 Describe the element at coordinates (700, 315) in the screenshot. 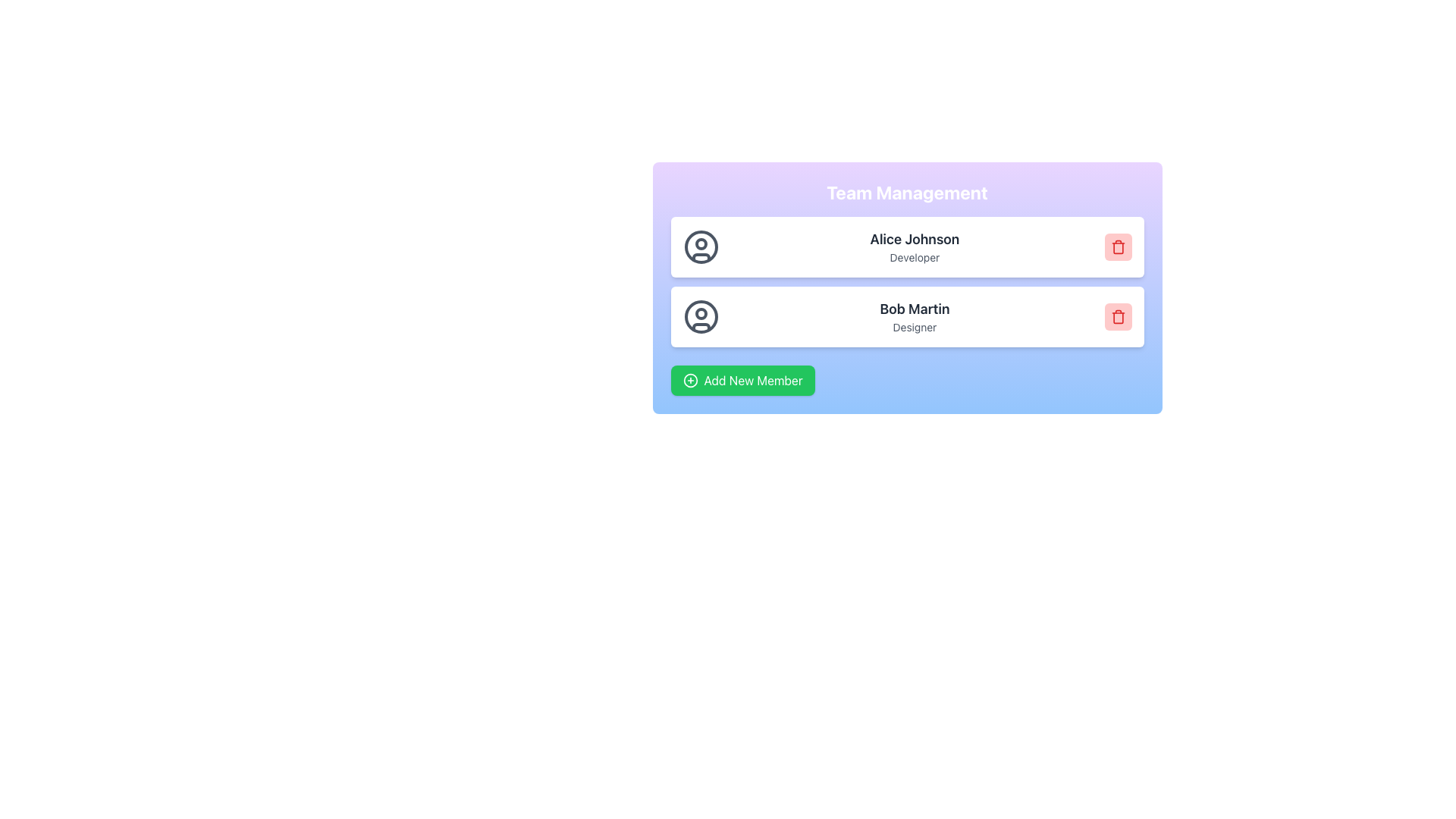

I see `the decorative graphical element representing the user's profile image, which is a circular icon with a stroke-style design, located on the left side of the second row in the team management card, aligned with 'Bob Martin' and 'Designer'` at that location.